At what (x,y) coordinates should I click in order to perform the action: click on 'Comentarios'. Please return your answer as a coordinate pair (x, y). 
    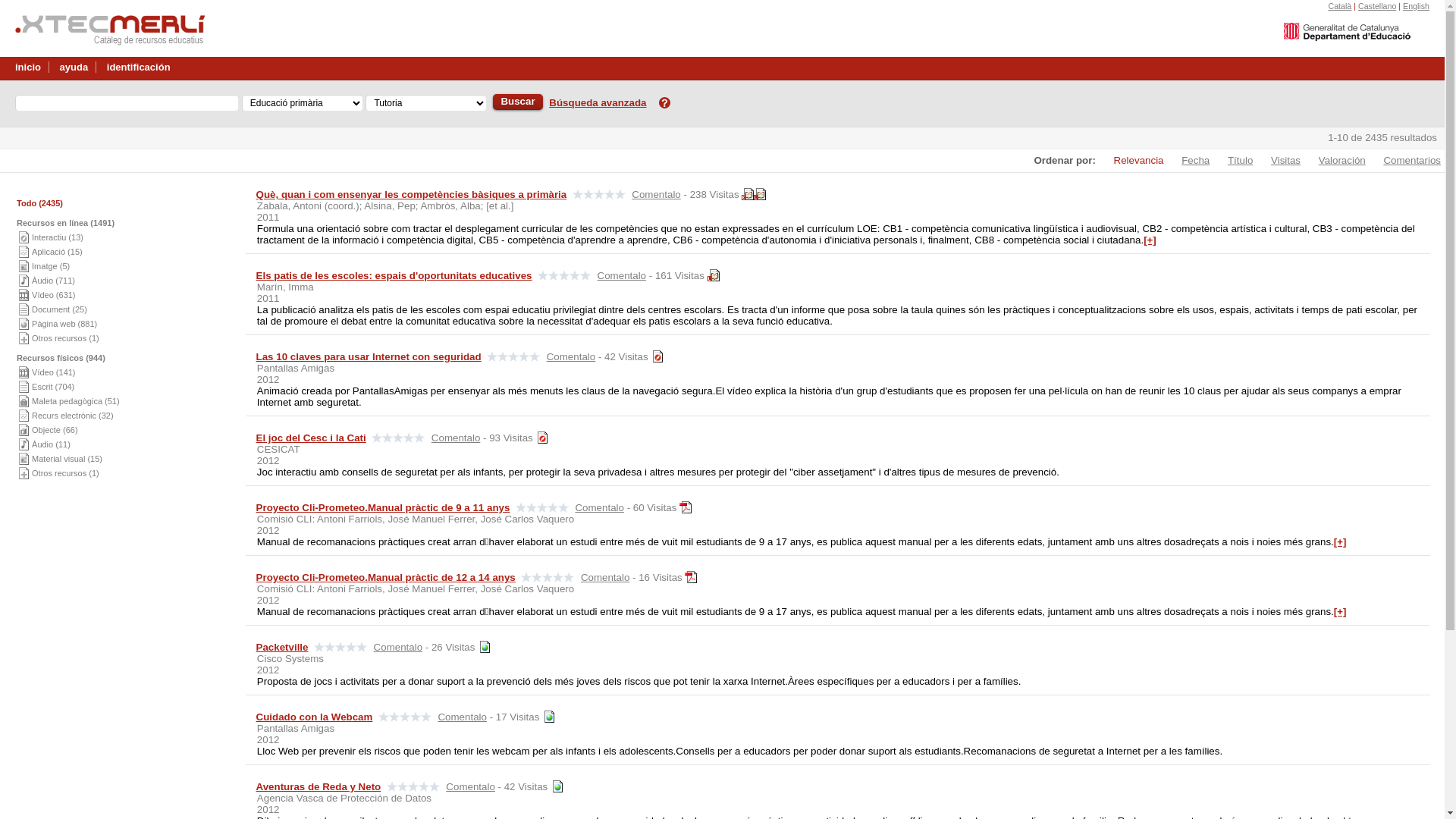
    Looking at the image, I should click on (1404, 160).